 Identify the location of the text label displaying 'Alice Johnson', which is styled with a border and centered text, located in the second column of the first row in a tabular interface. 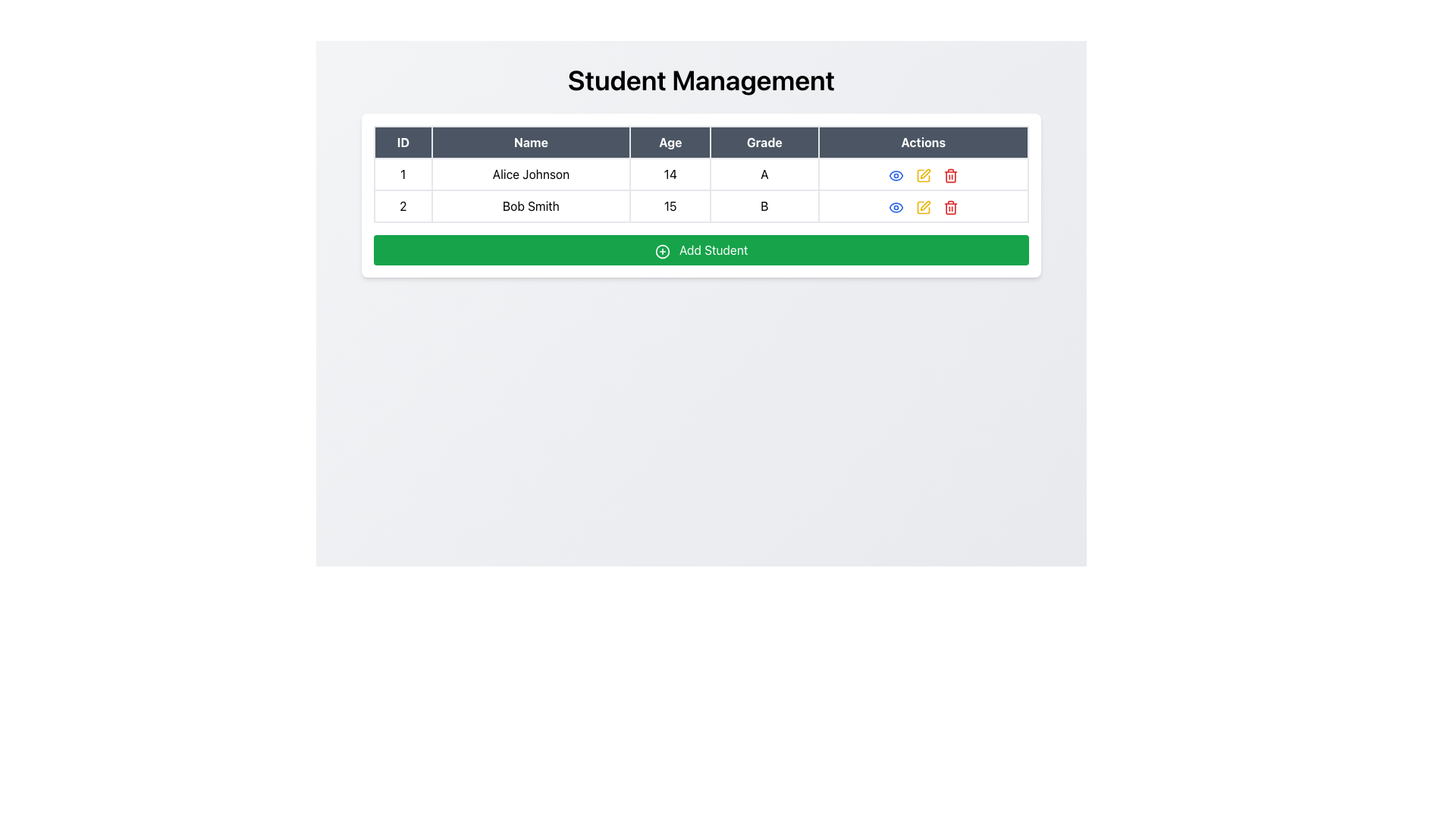
(531, 174).